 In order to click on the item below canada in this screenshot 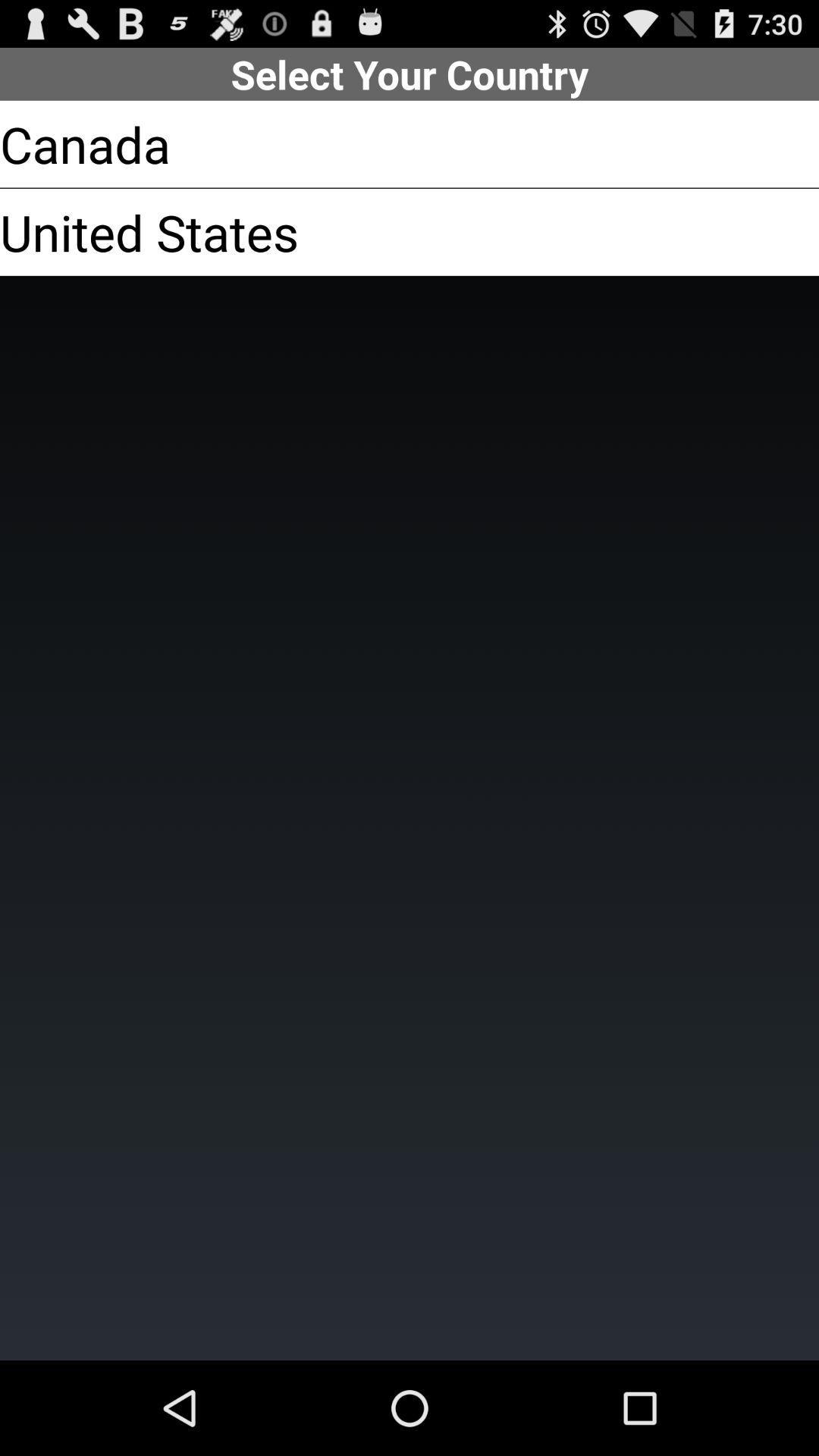, I will do `click(149, 231)`.